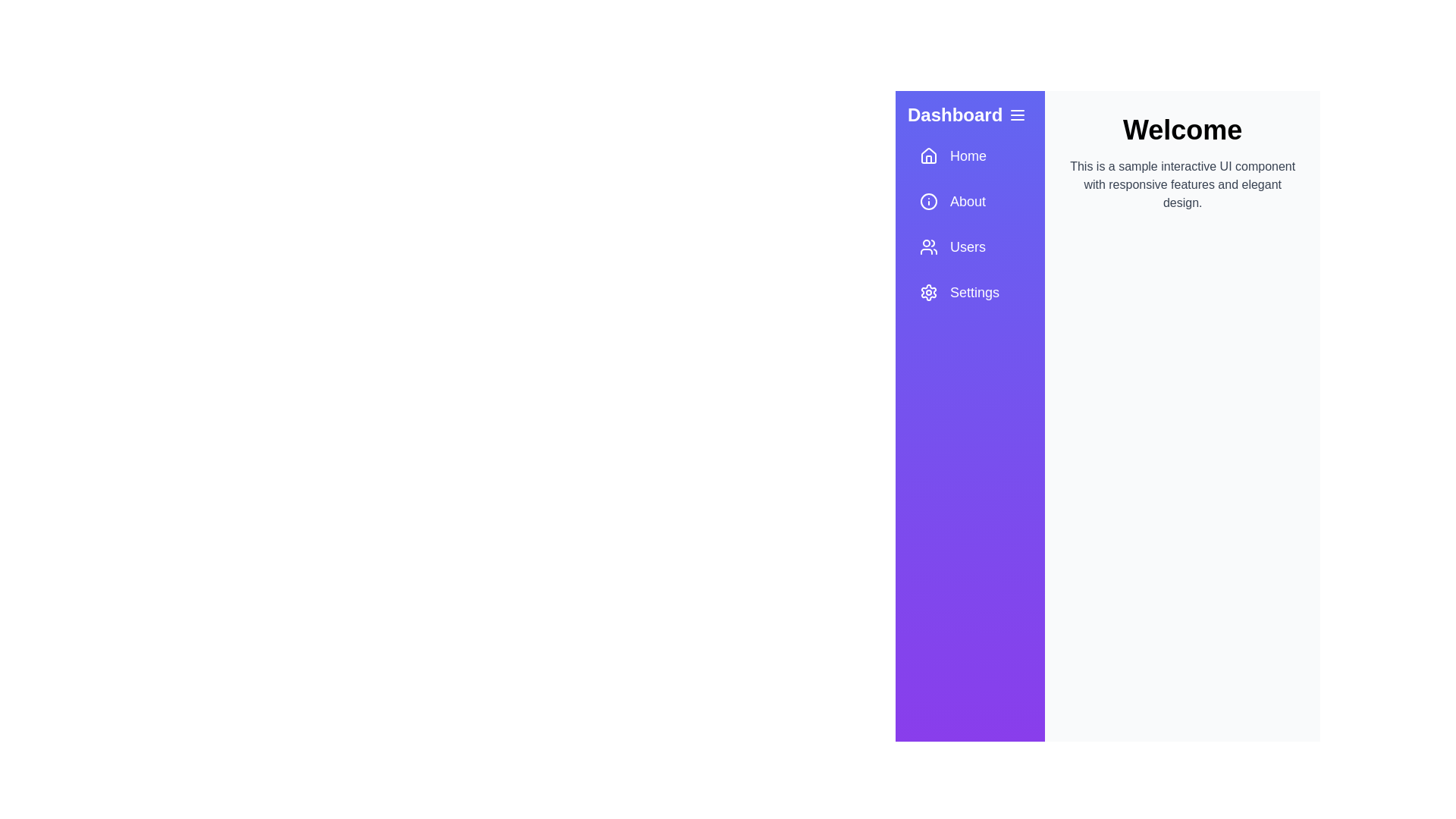 This screenshot has height=819, width=1456. Describe the element at coordinates (969, 246) in the screenshot. I see `the navigation item Users to trigger its action` at that location.